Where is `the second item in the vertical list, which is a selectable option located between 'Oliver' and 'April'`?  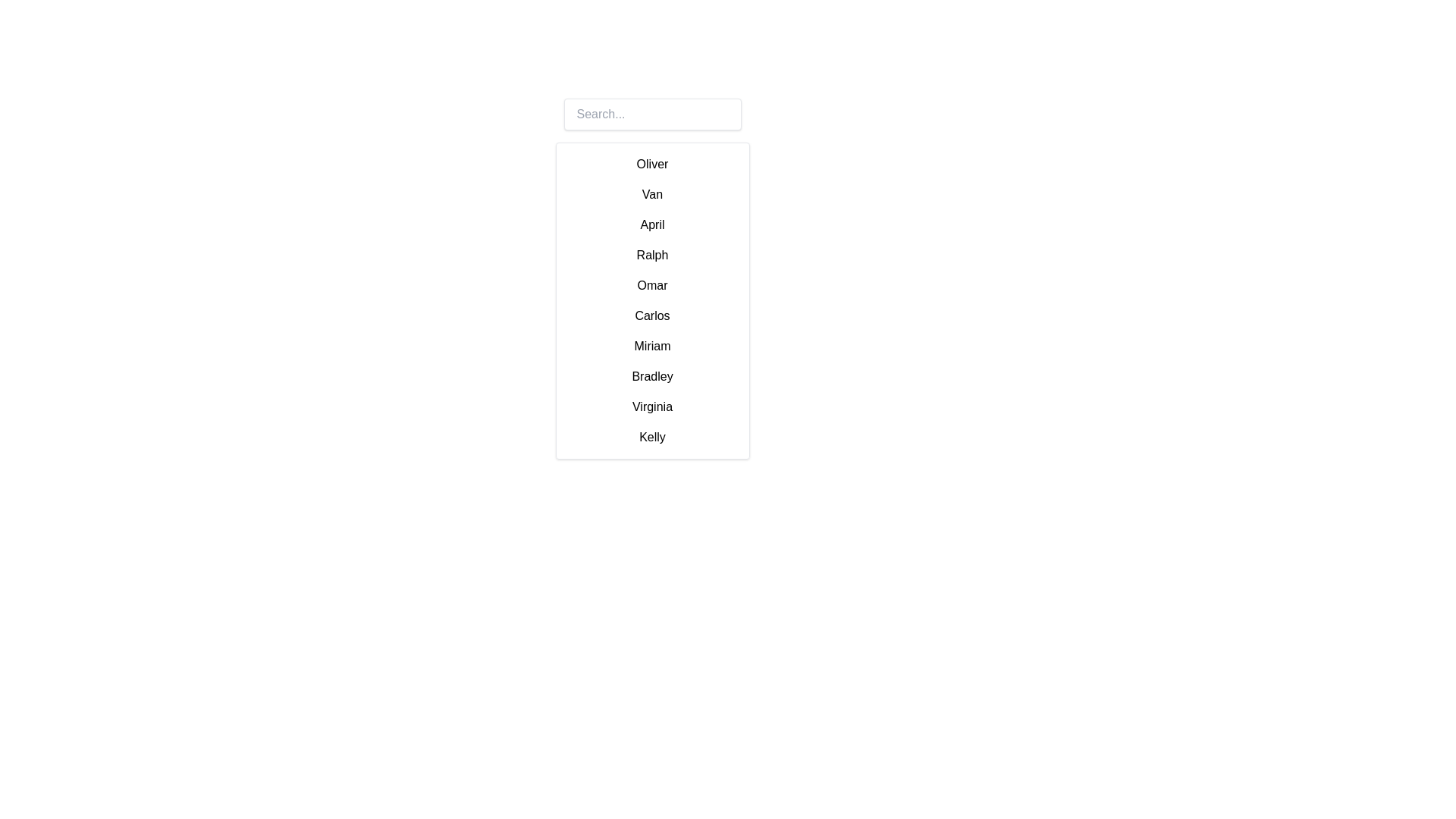
the second item in the vertical list, which is a selectable option located between 'Oliver' and 'April' is located at coordinates (652, 194).